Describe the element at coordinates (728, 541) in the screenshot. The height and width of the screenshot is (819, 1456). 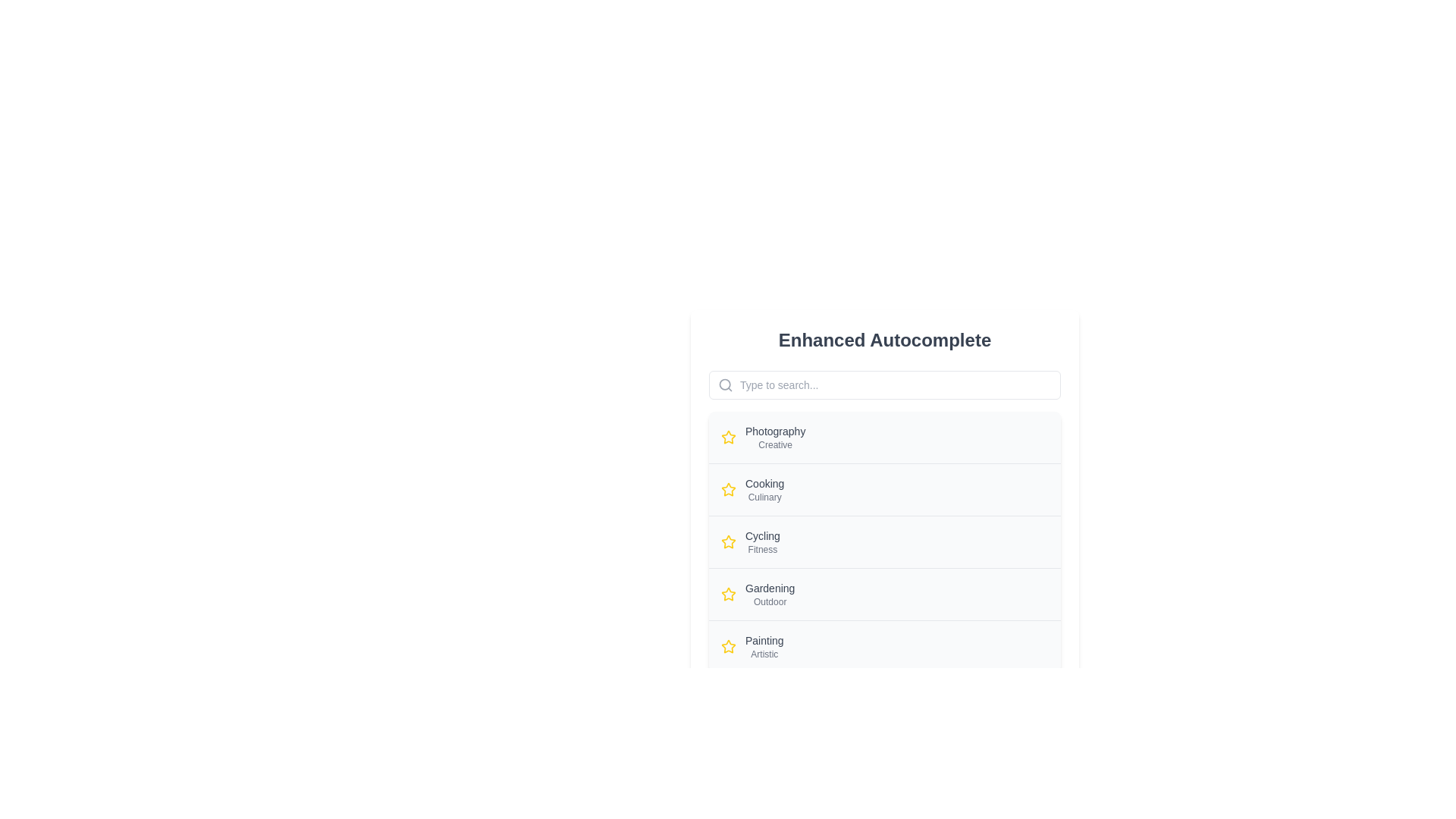
I see `the star-shaped icon with a yellow fill and thin outlines, located to the left of the text 'Cycling' in the third option of a vertically arranged list of categories to potentially select or highlight it` at that location.